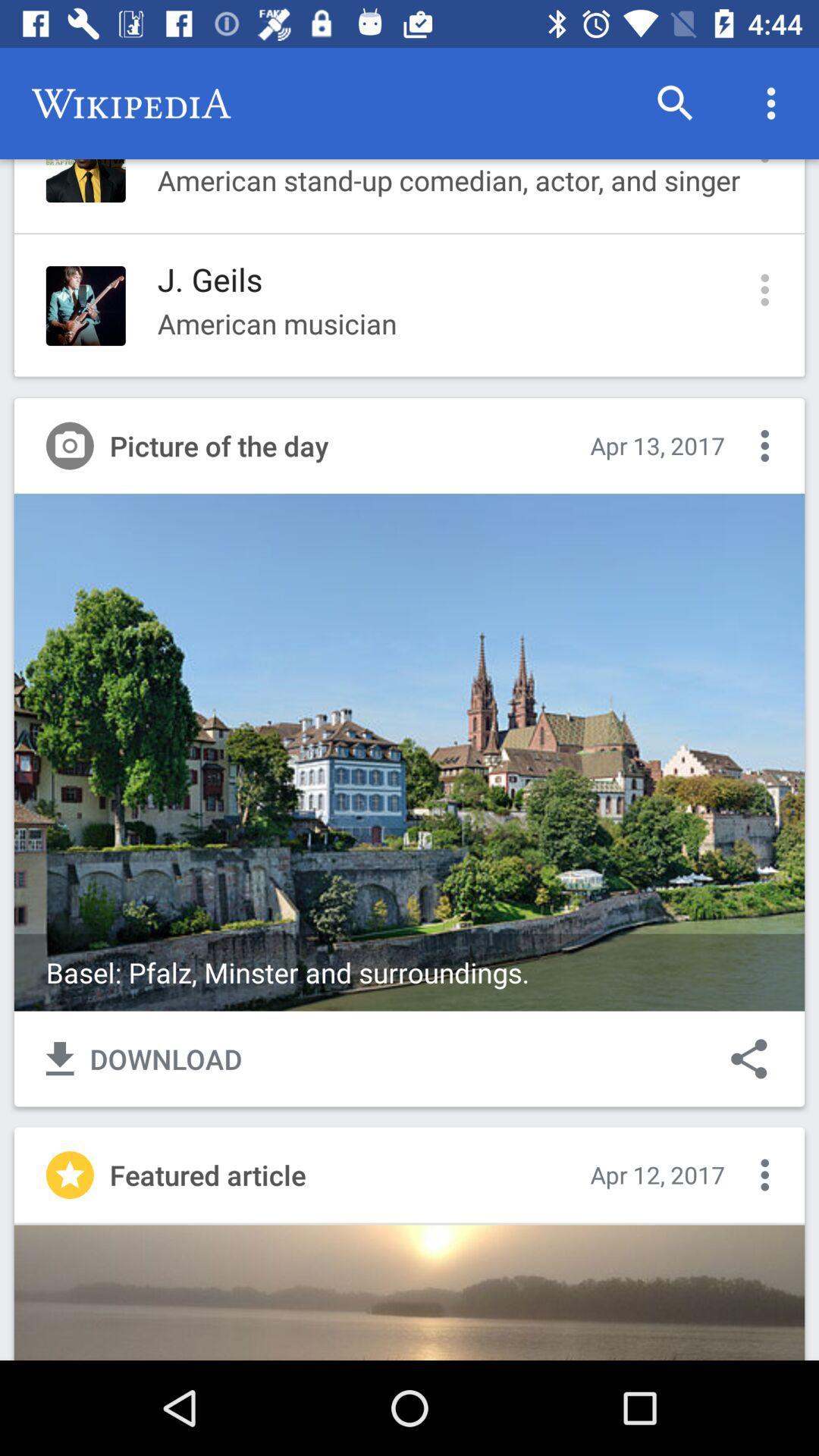 This screenshot has height=1456, width=819. Describe the element at coordinates (130, 103) in the screenshot. I see `wikipedia` at that location.